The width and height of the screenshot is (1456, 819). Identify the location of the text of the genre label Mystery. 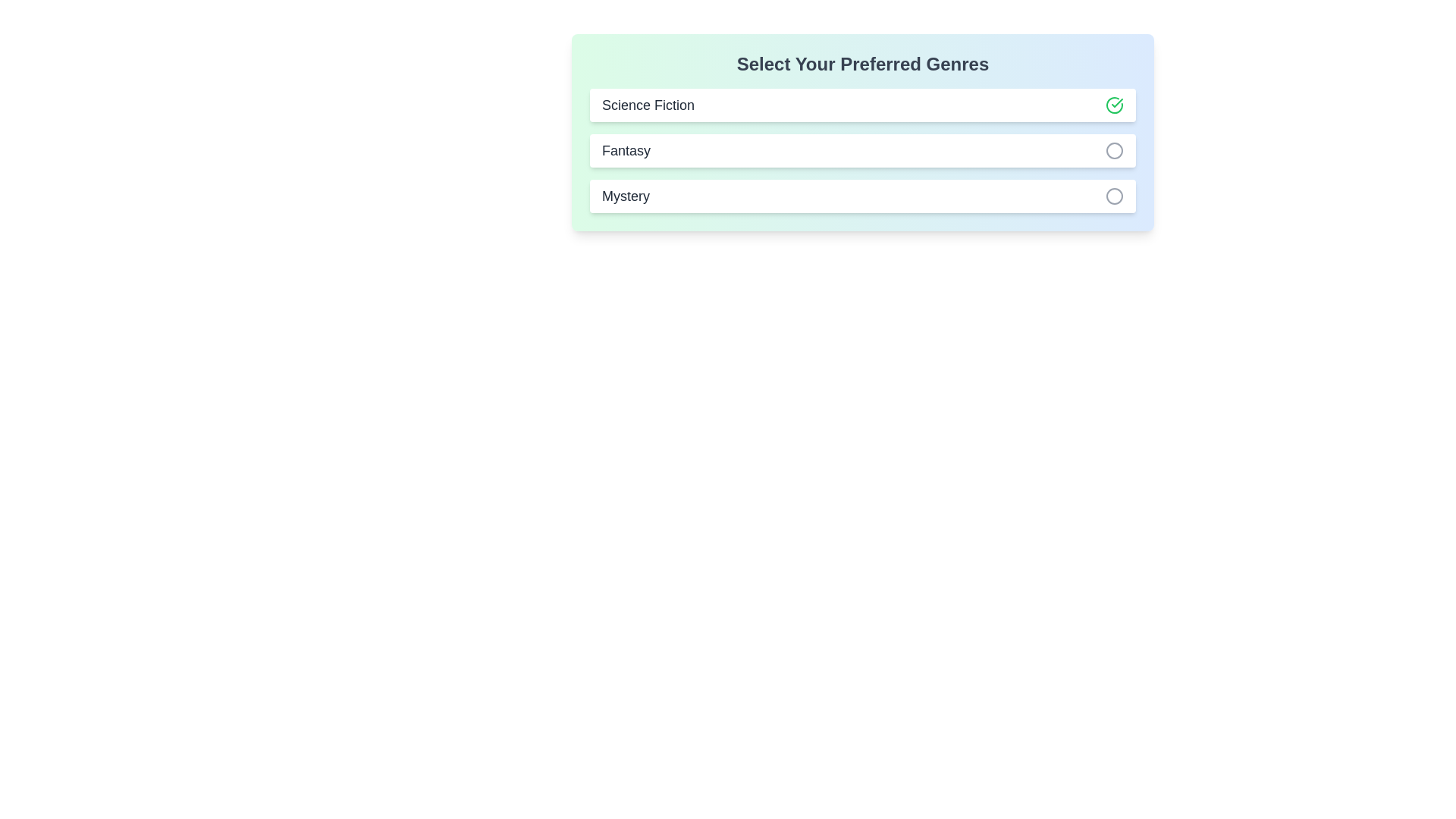
(626, 195).